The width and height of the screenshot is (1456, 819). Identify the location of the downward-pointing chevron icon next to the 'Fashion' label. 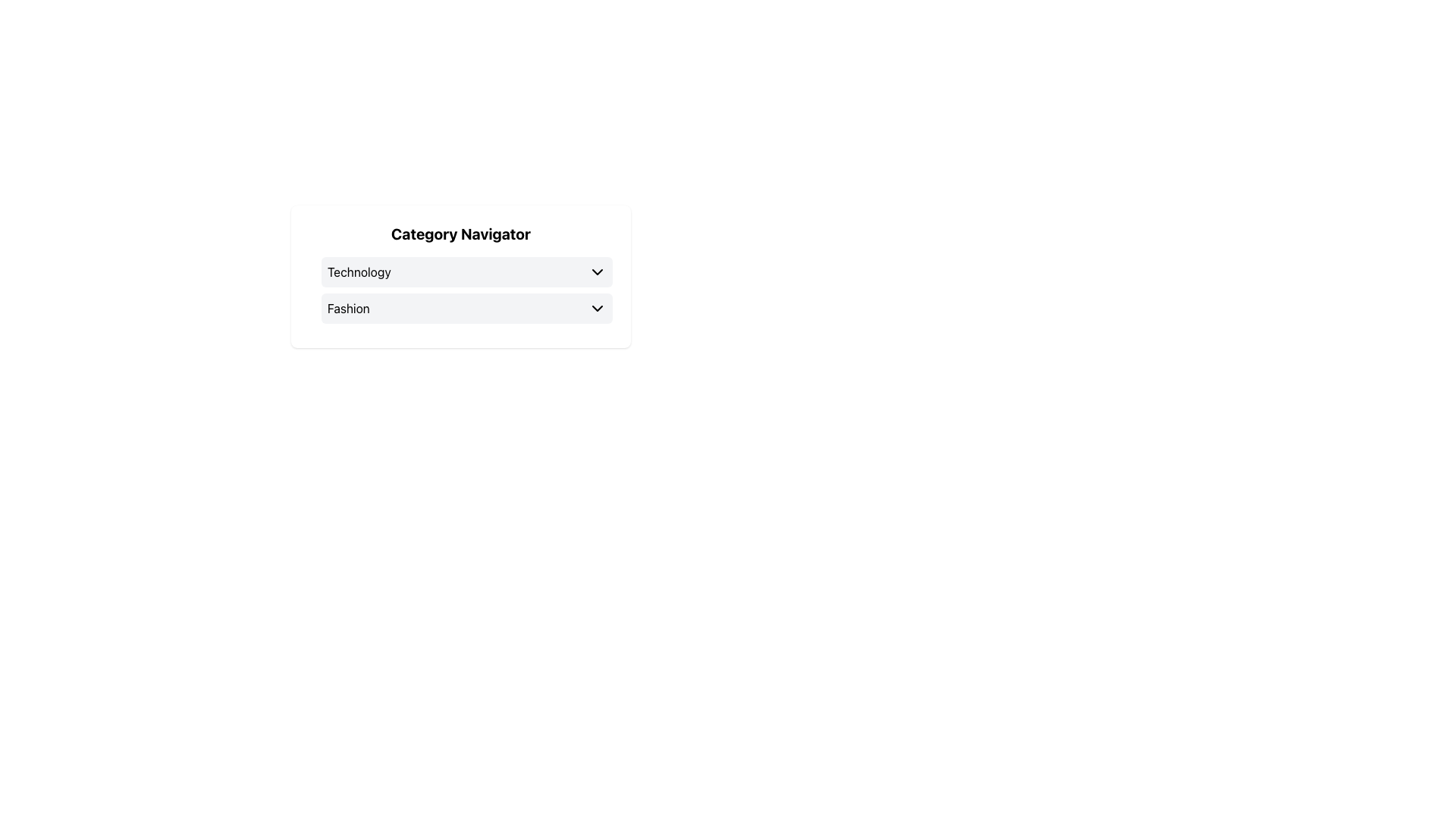
(596, 308).